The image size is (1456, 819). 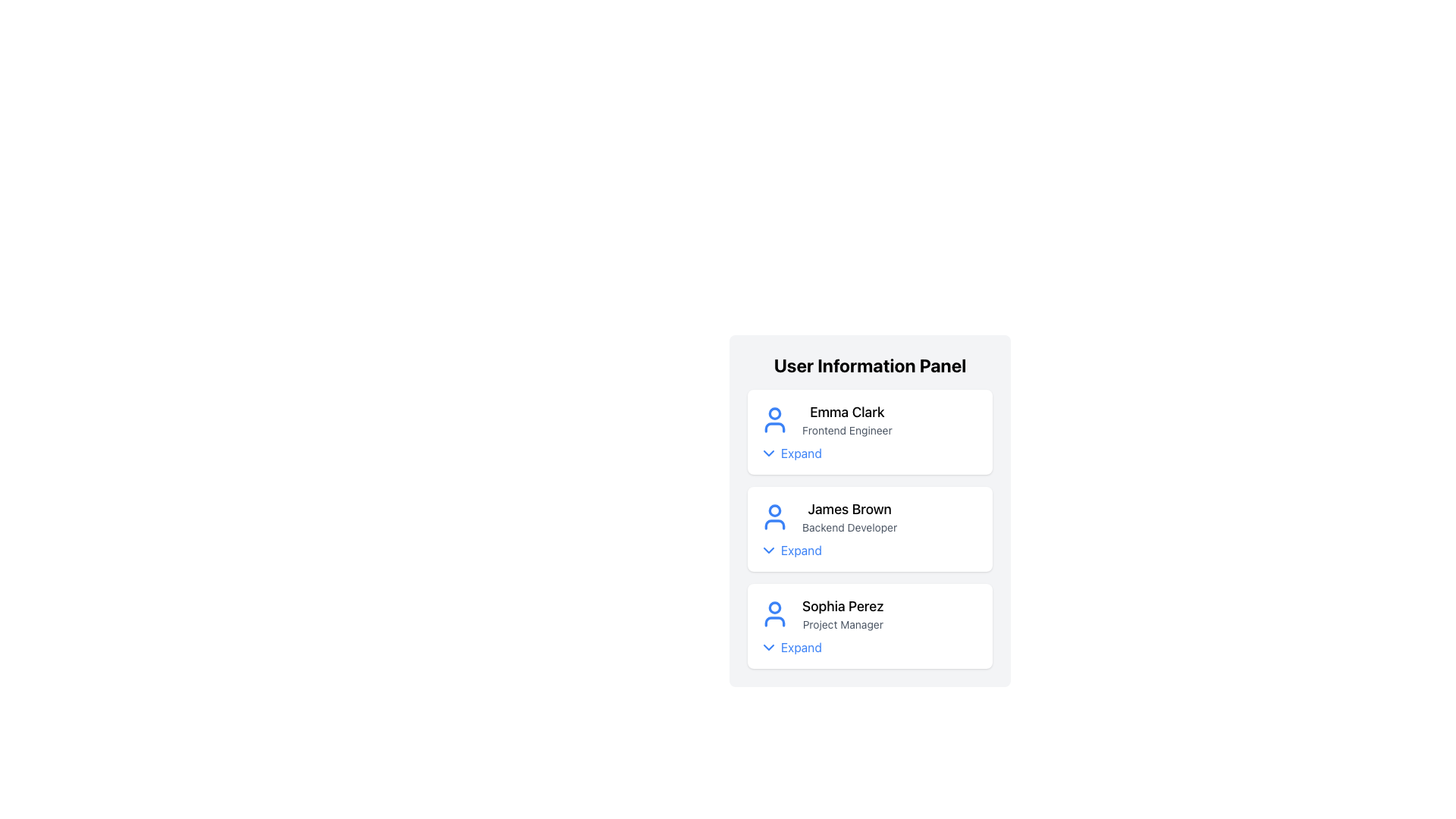 What do you see at coordinates (870, 626) in the screenshot?
I see `displayed information from the Profile panel which is the third and last panel in the vertical list of user information panels, located below the 'James Brown' panel` at bounding box center [870, 626].